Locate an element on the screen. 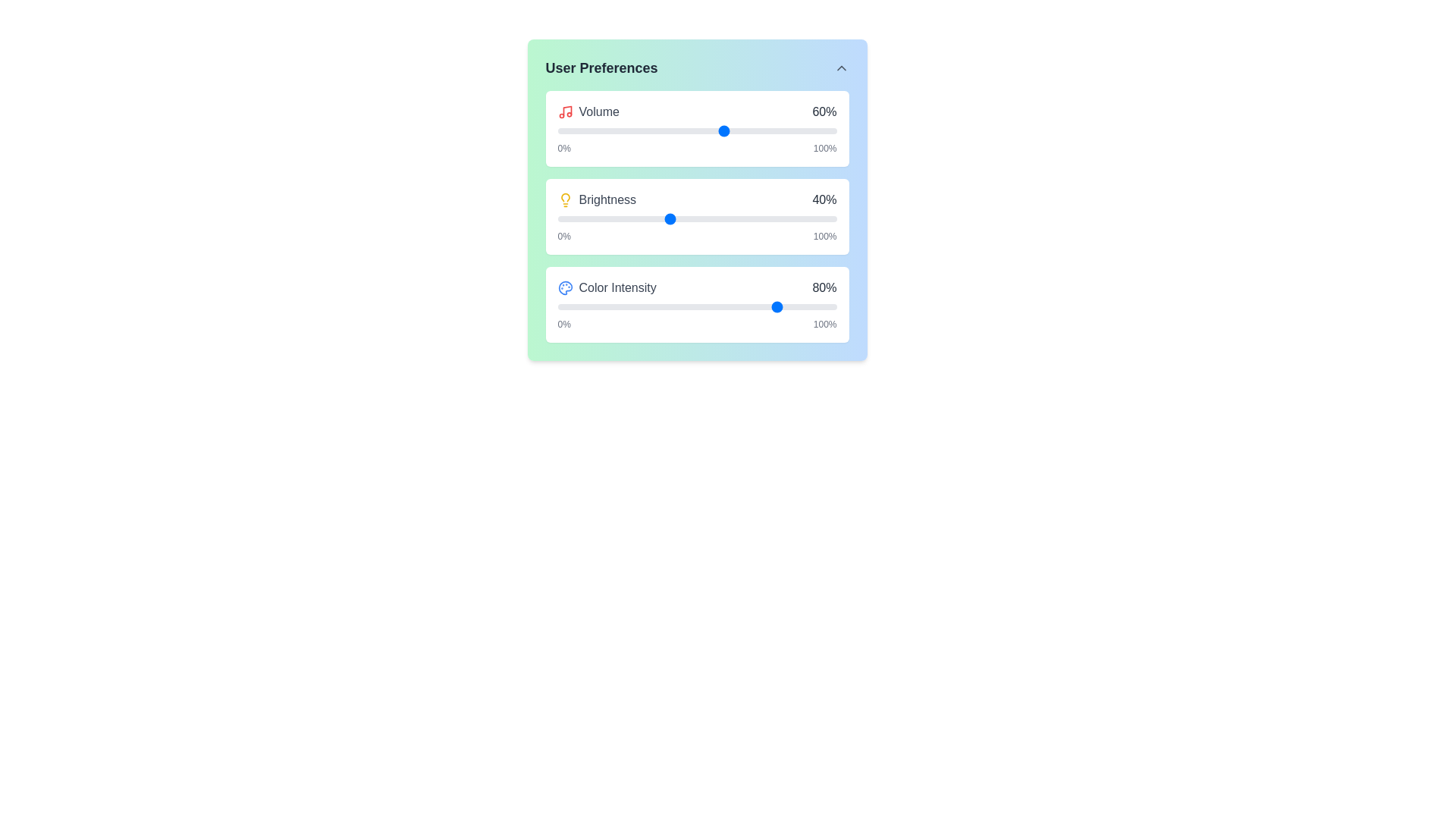 The height and width of the screenshot is (819, 1456). the Color Intensity range slider, which is currently set at 80%, to receive feedback is located at coordinates (696, 307).